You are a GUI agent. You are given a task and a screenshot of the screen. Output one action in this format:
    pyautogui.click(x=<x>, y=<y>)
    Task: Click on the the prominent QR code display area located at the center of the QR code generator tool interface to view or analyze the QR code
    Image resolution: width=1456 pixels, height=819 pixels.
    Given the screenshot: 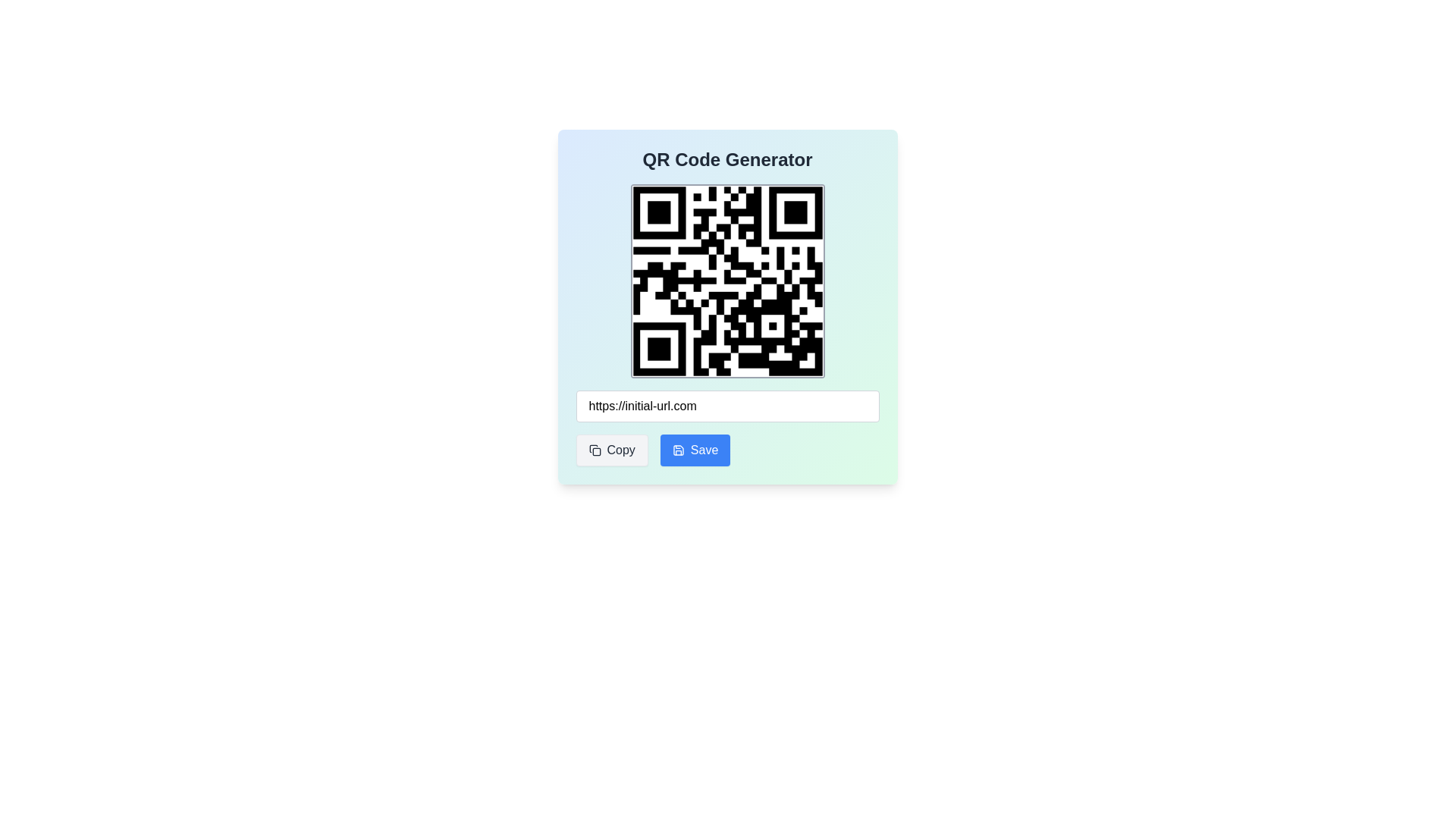 What is the action you would take?
    pyautogui.click(x=726, y=307)
    